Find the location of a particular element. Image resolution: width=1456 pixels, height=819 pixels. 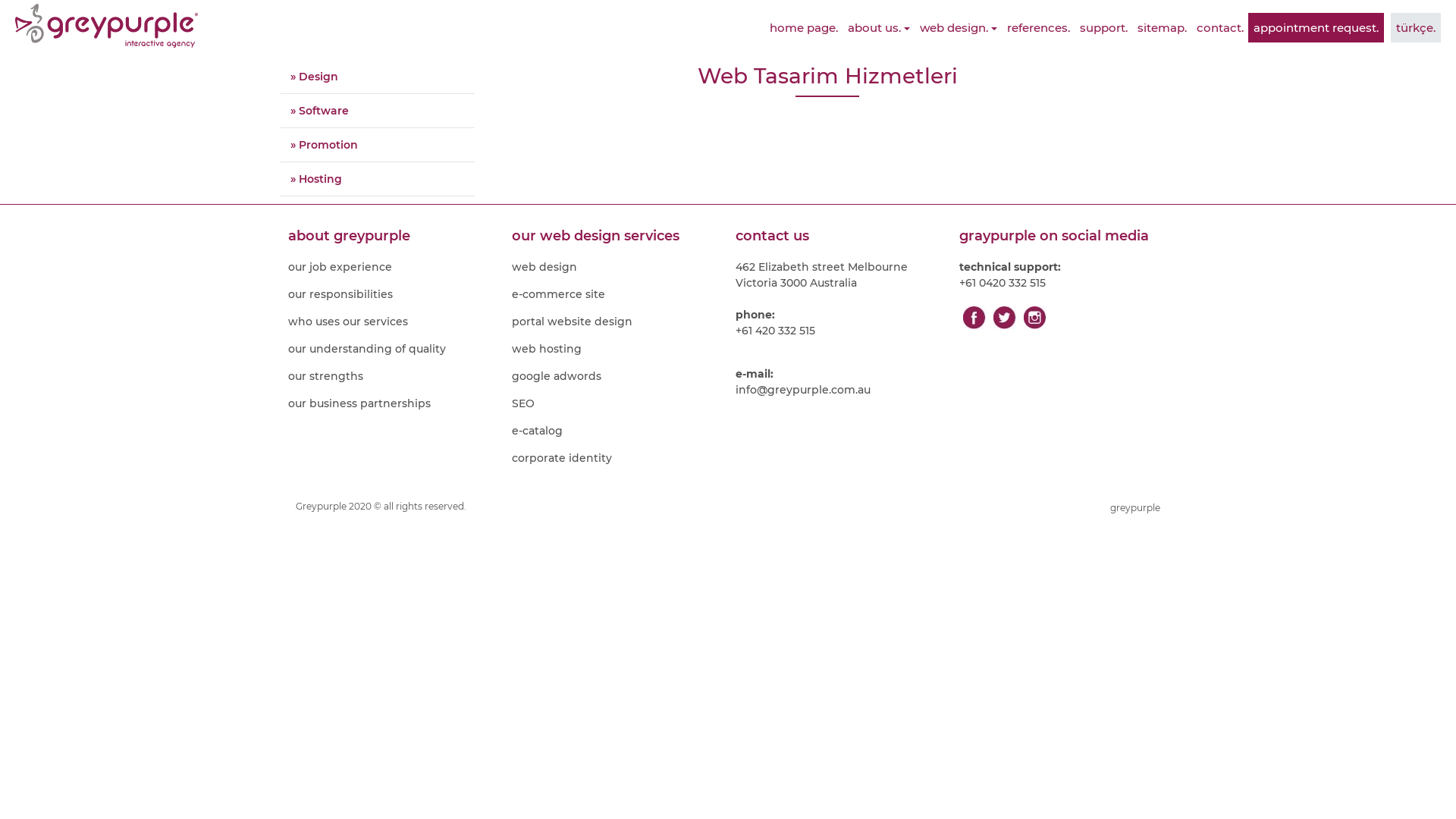

'our strengths' is located at coordinates (287, 375).